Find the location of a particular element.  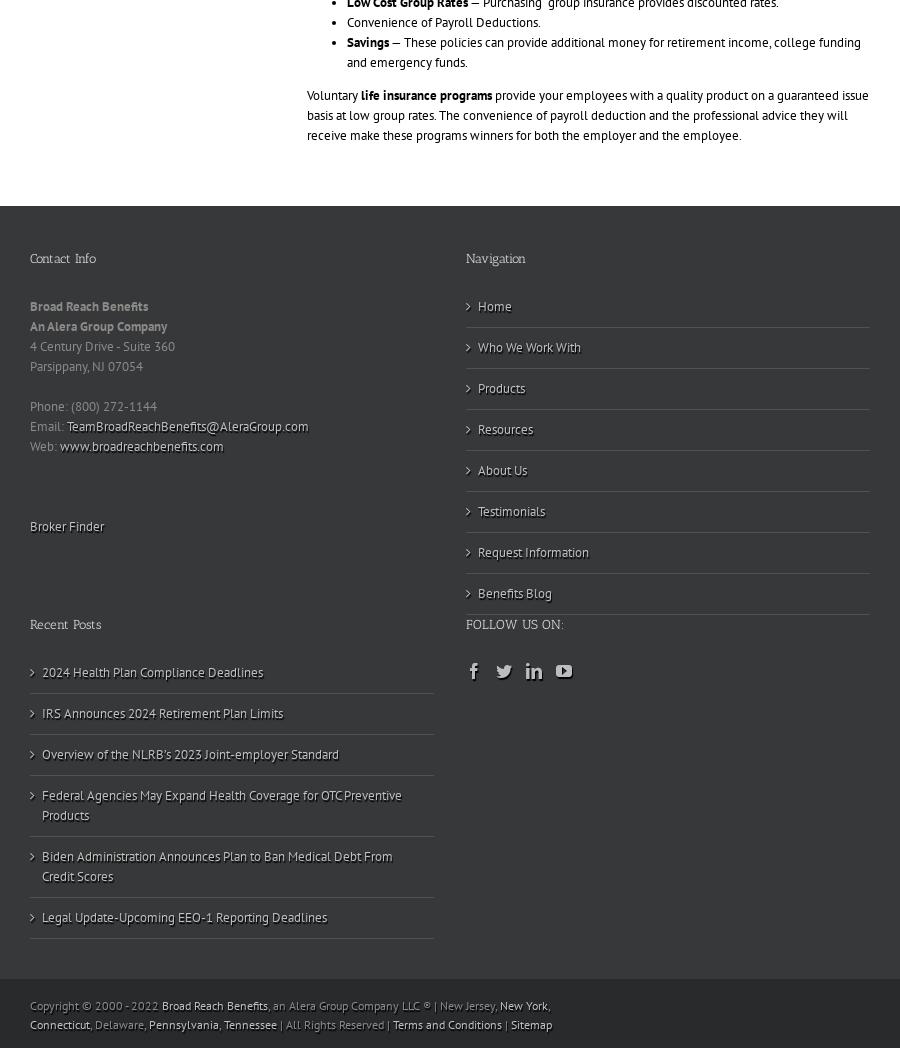

'Phone:' is located at coordinates (28, 406).